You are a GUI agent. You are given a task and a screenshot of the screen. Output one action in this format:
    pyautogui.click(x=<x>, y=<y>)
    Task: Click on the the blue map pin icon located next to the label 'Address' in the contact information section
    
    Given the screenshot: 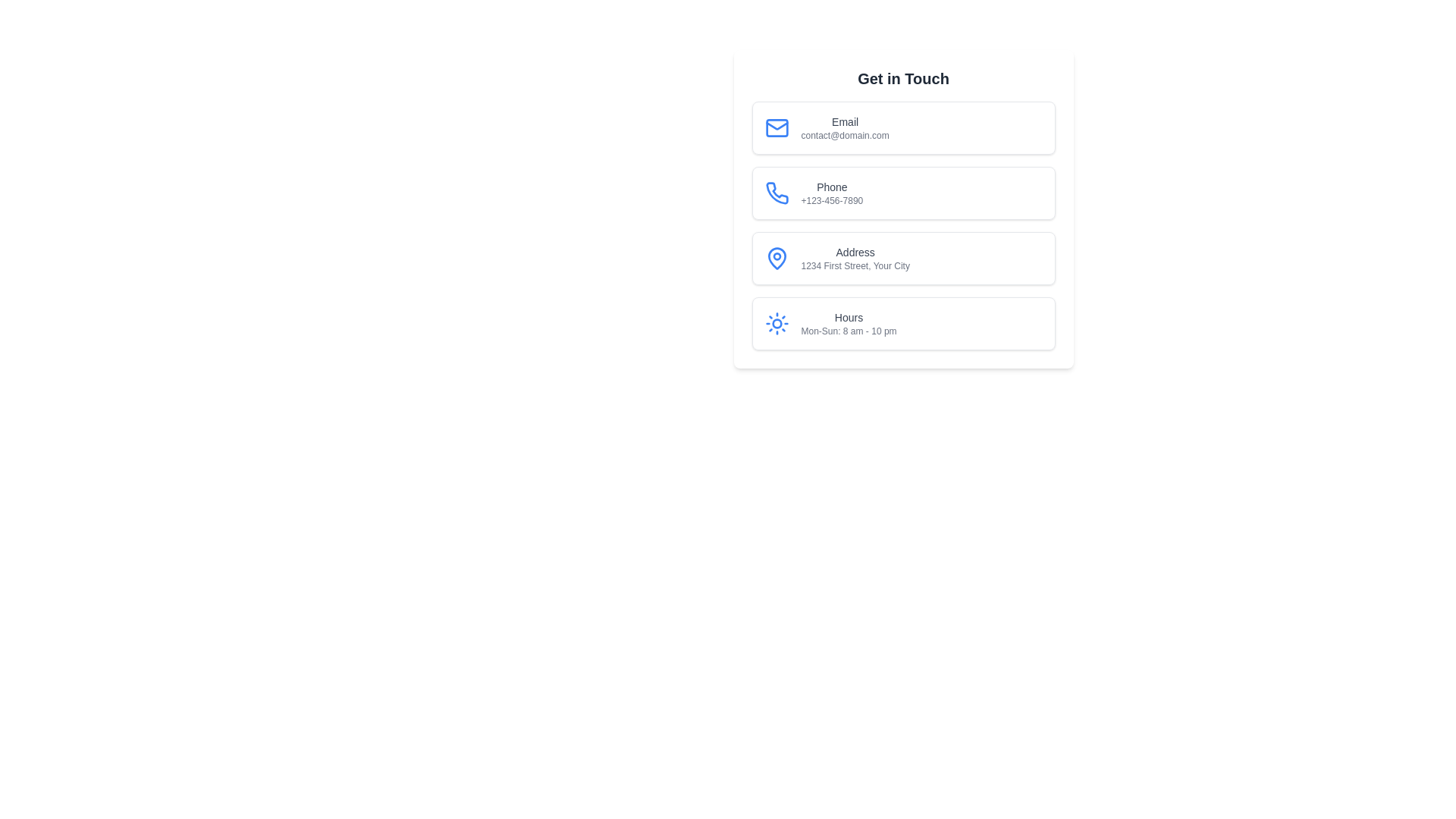 What is the action you would take?
    pyautogui.click(x=777, y=257)
    